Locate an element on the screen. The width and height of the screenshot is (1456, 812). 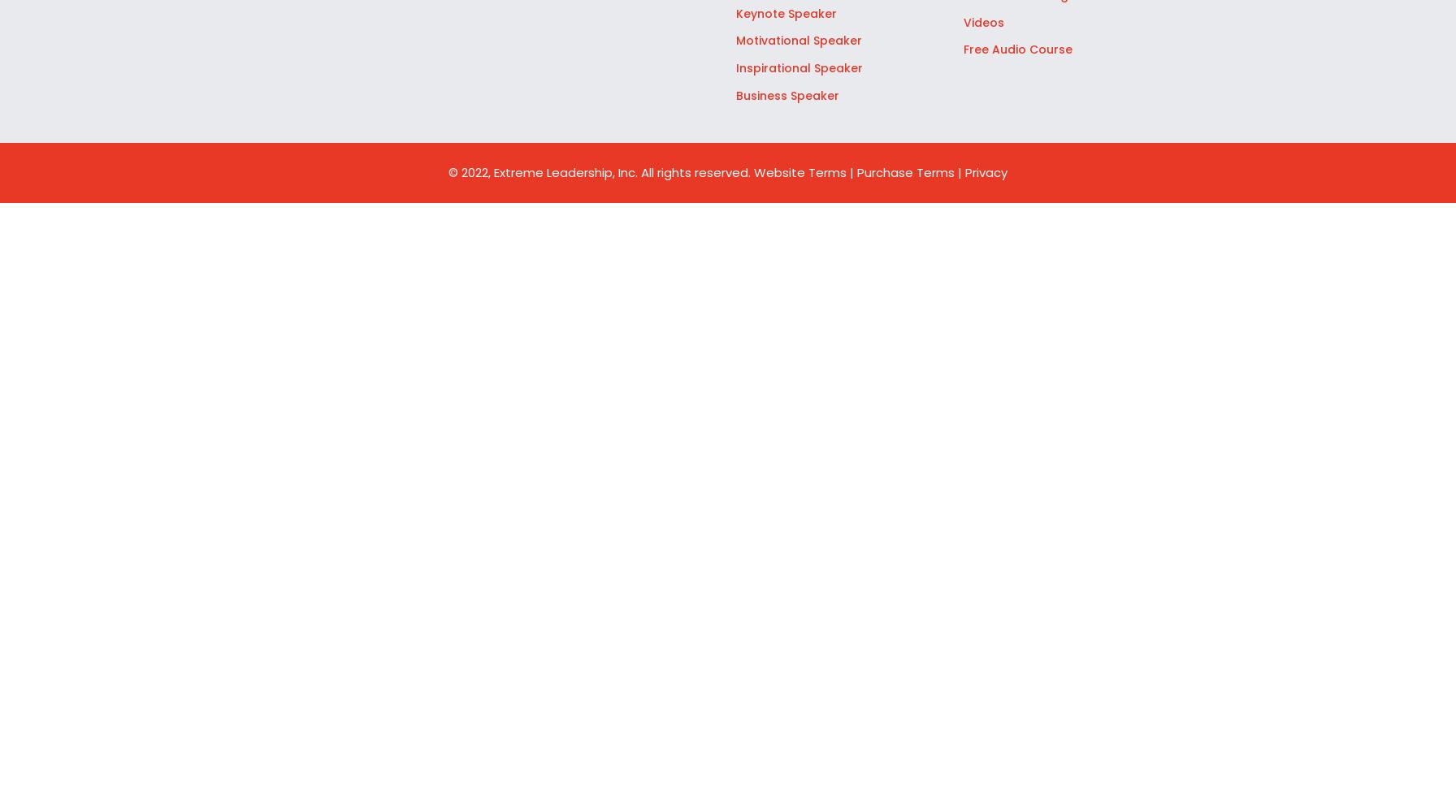
'Motivational Speaker' is located at coordinates (798, 41).